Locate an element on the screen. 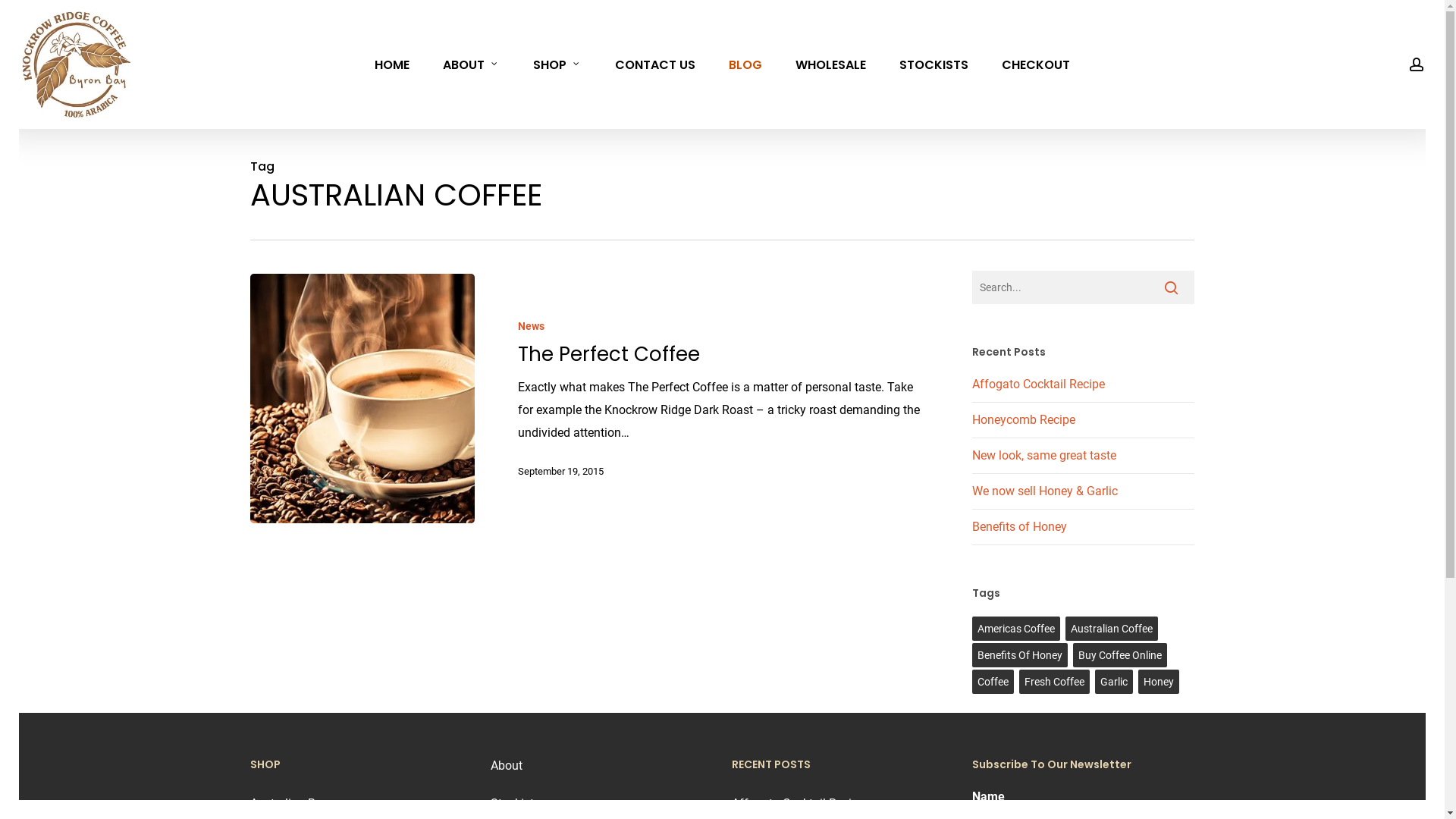  'Americas Coffee' is located at coordinates (971, 629).